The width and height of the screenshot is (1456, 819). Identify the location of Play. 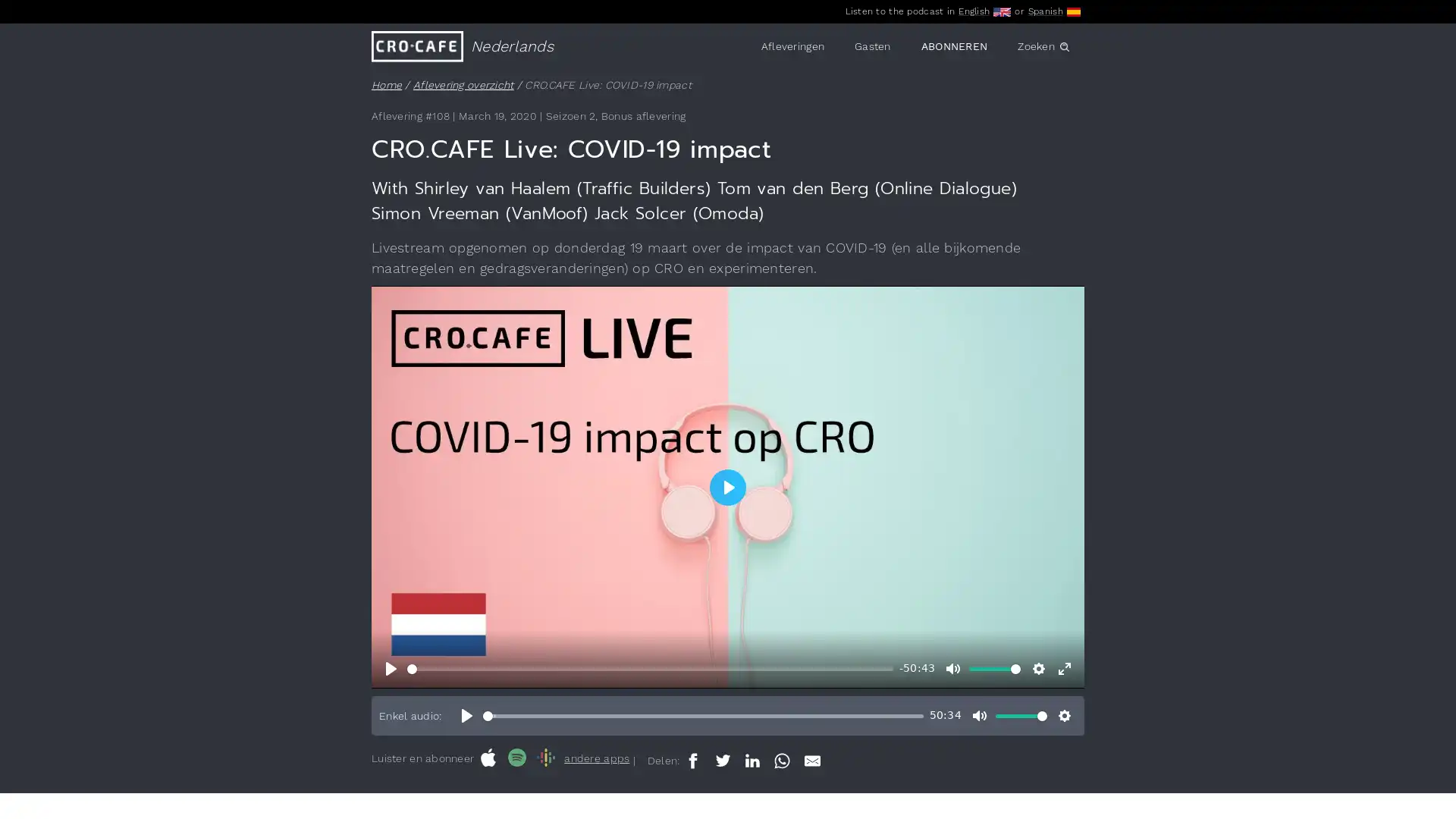
(466, 716).